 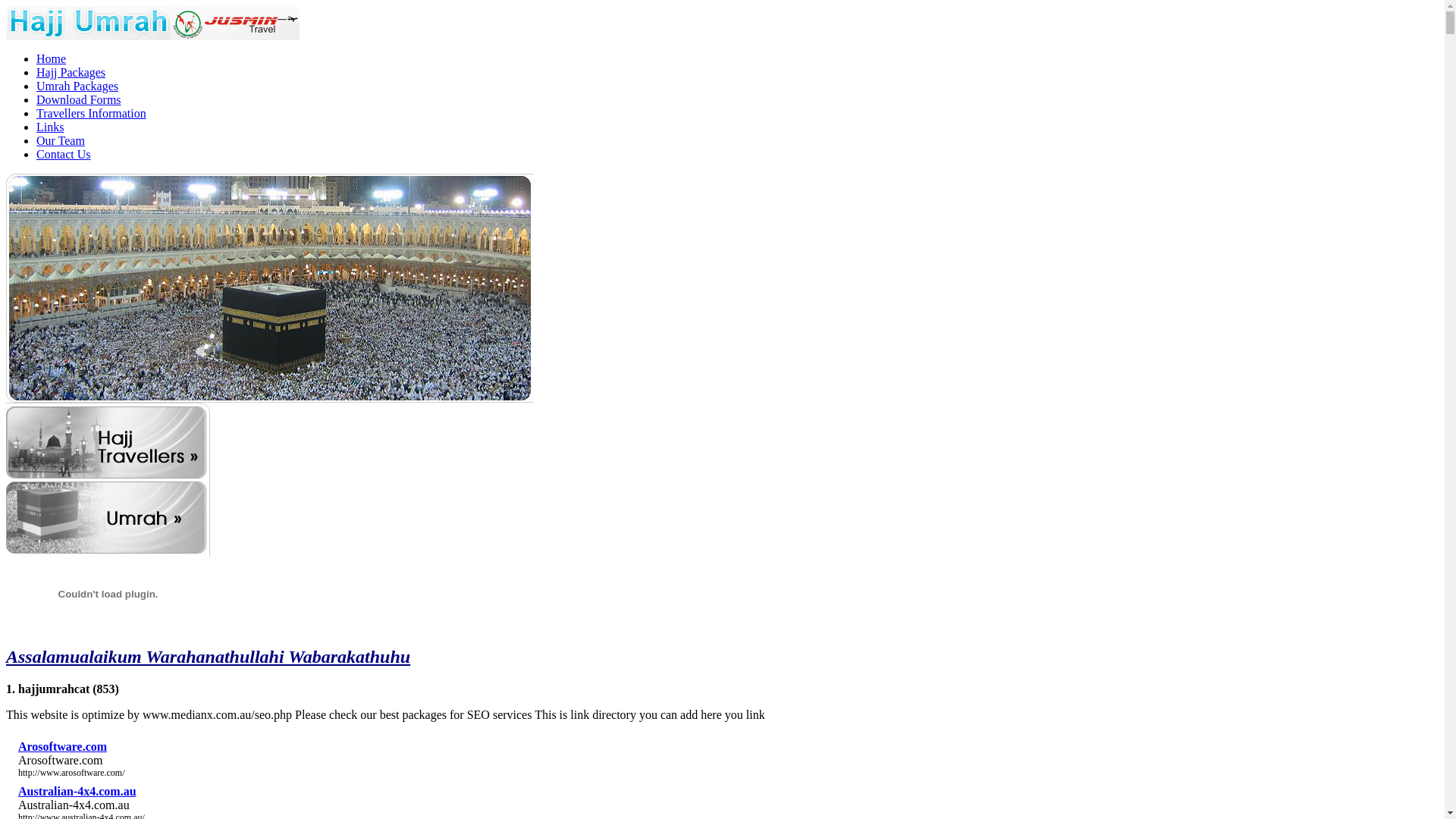 What do you see at coordinates (61, 745) in the screenshot?
I see `'Arosoftware.com'` at bounding box center [61, 745].